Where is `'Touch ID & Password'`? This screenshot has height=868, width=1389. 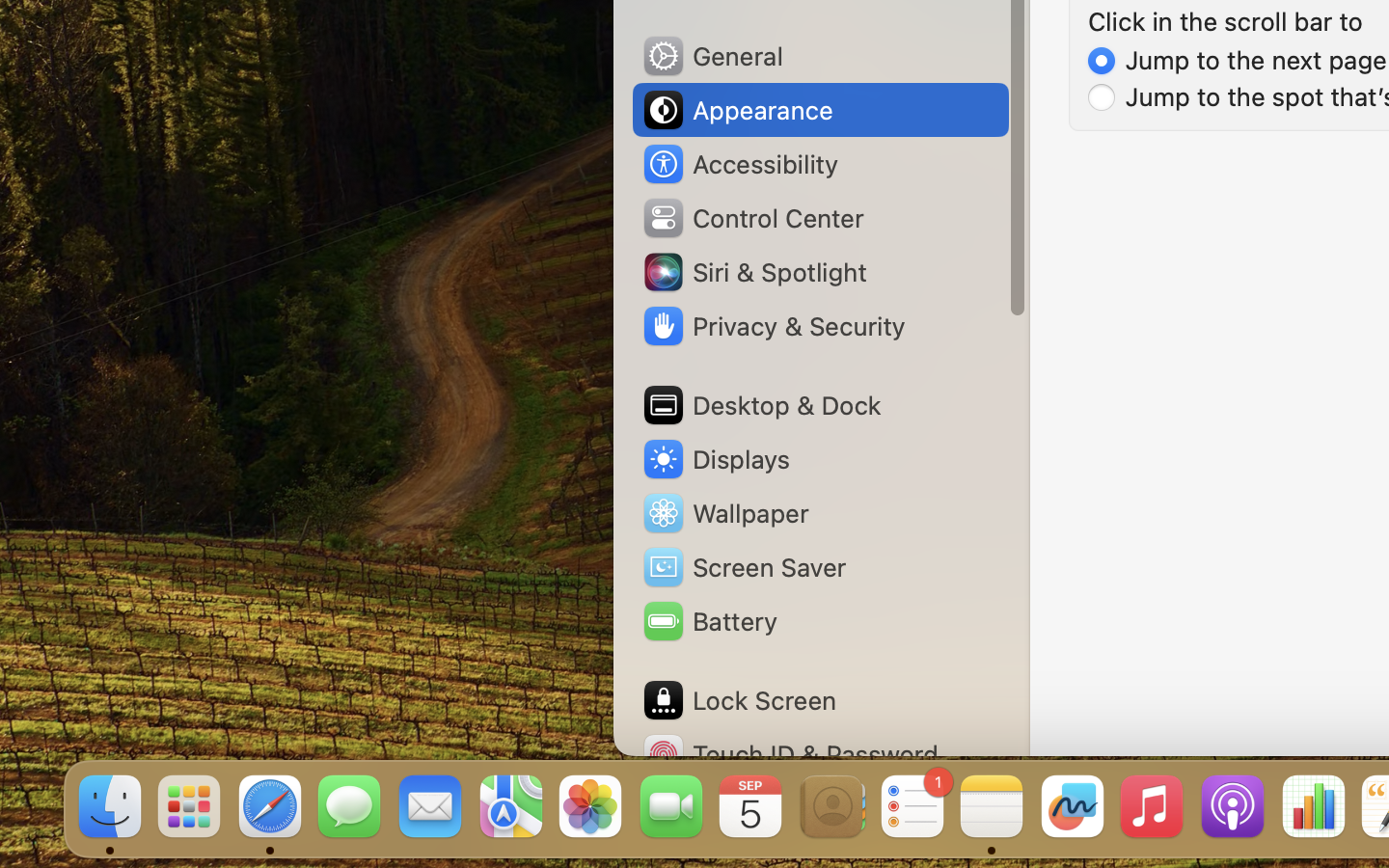 'Touch ID & Password' is located at coordinates (790, 753).